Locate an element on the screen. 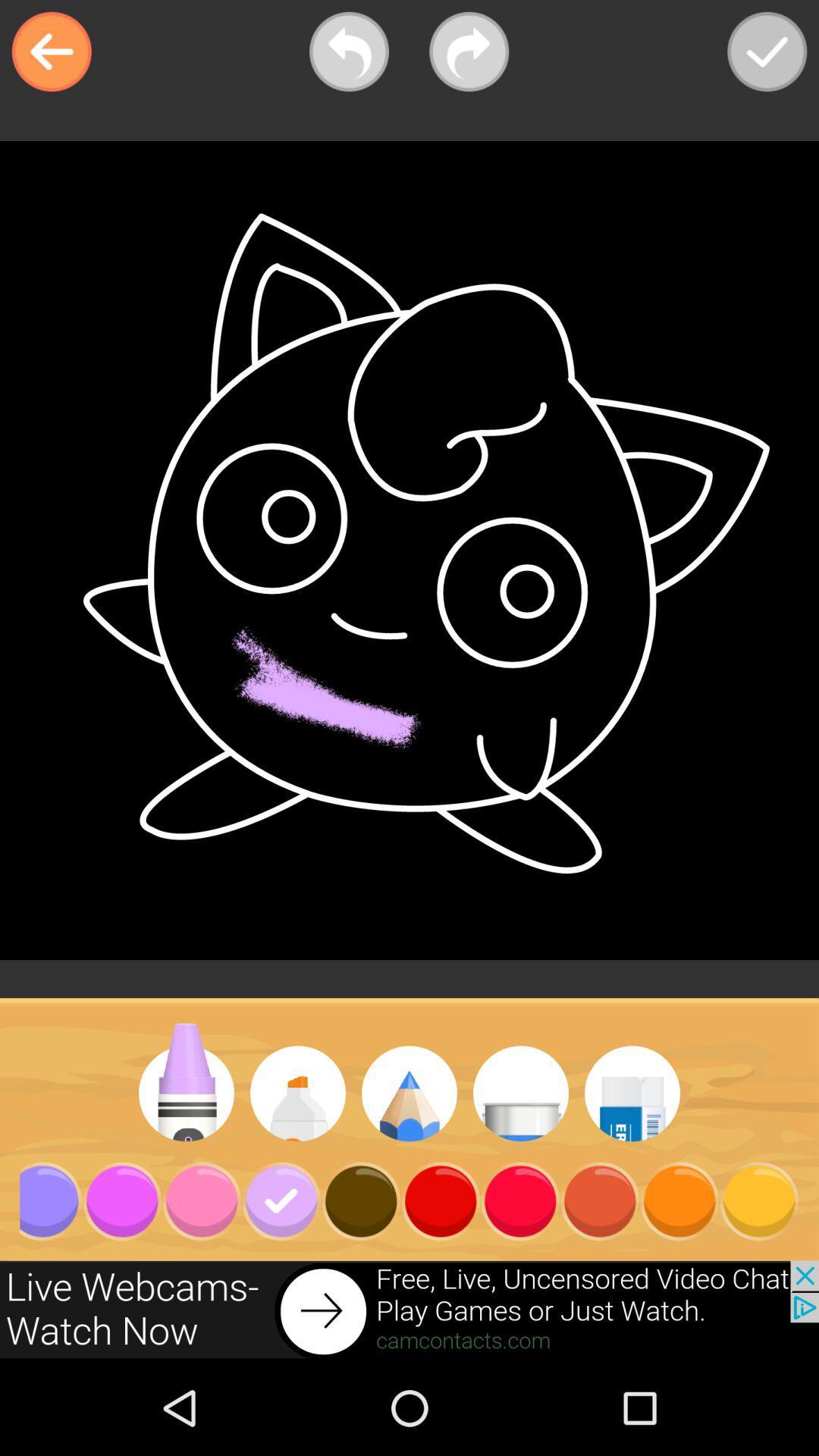 The height and width of the screenshot is (1456, 819). previous image is located at coordinates (349, 52).